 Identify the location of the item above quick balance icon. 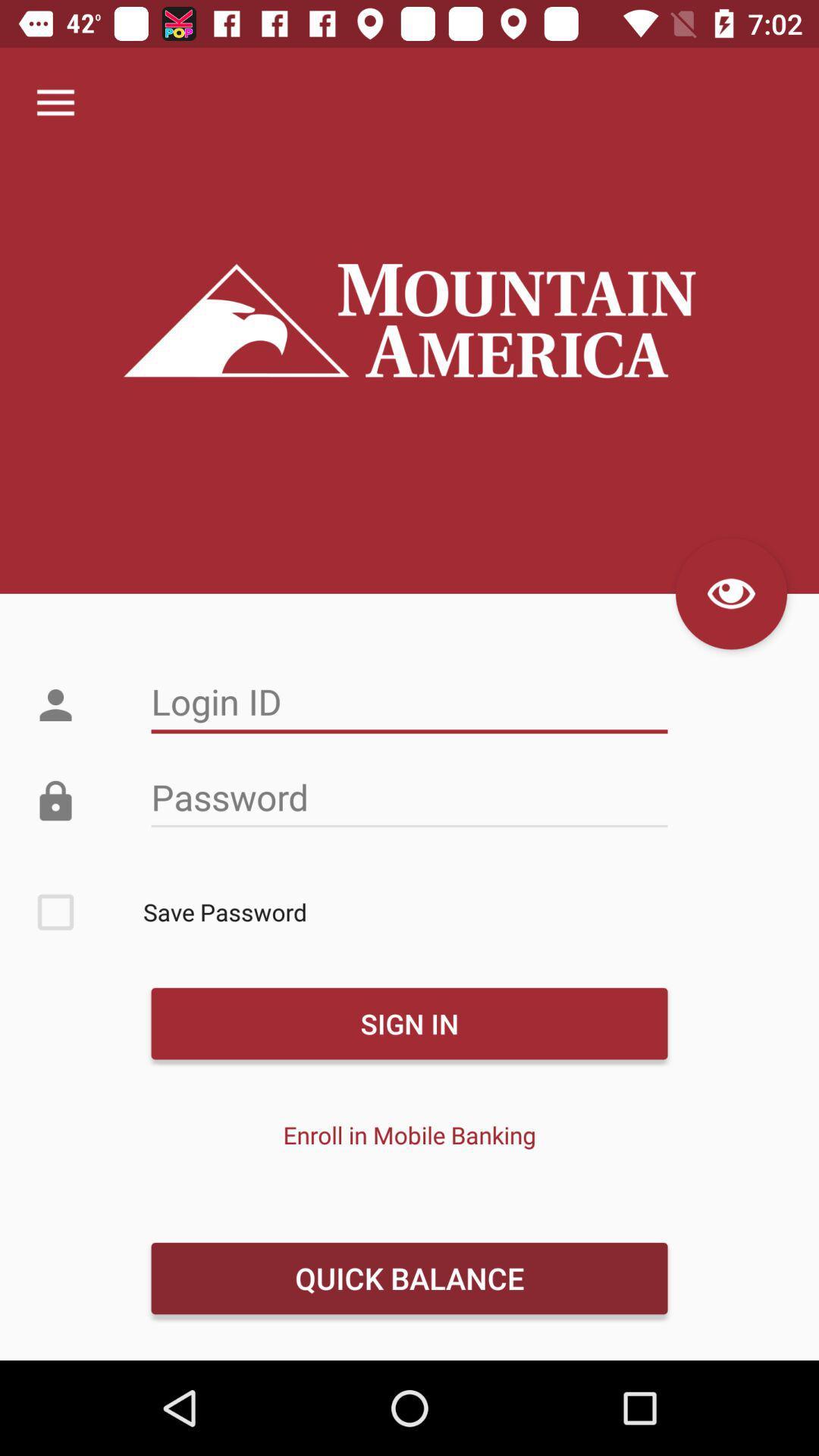
(409, 1134).